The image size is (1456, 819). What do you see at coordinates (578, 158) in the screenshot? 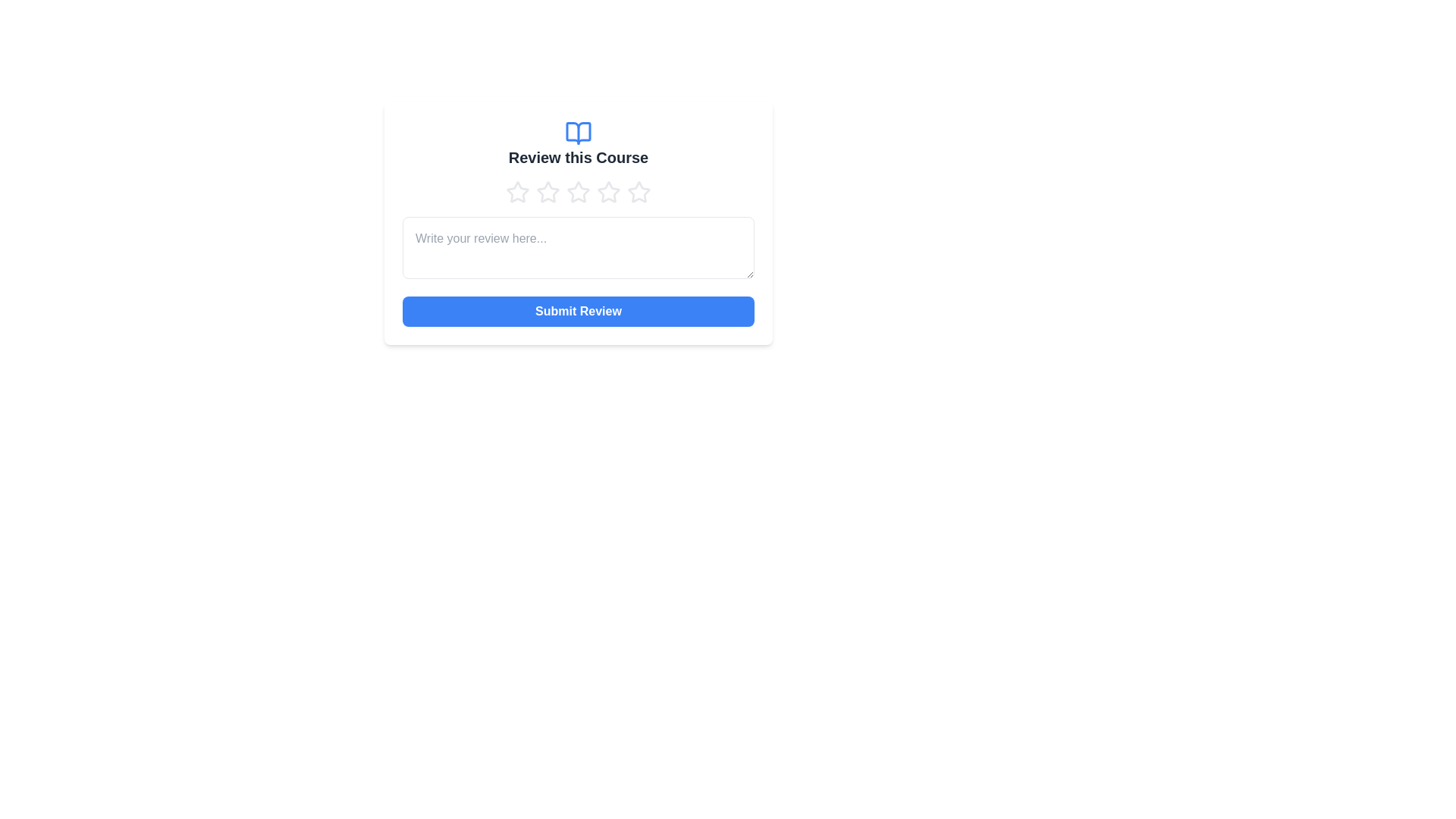
I see `the text label that displays 'Review this Course', which is bold and dark gray, indicating the reviewing section` at bounding box center [578, 158].